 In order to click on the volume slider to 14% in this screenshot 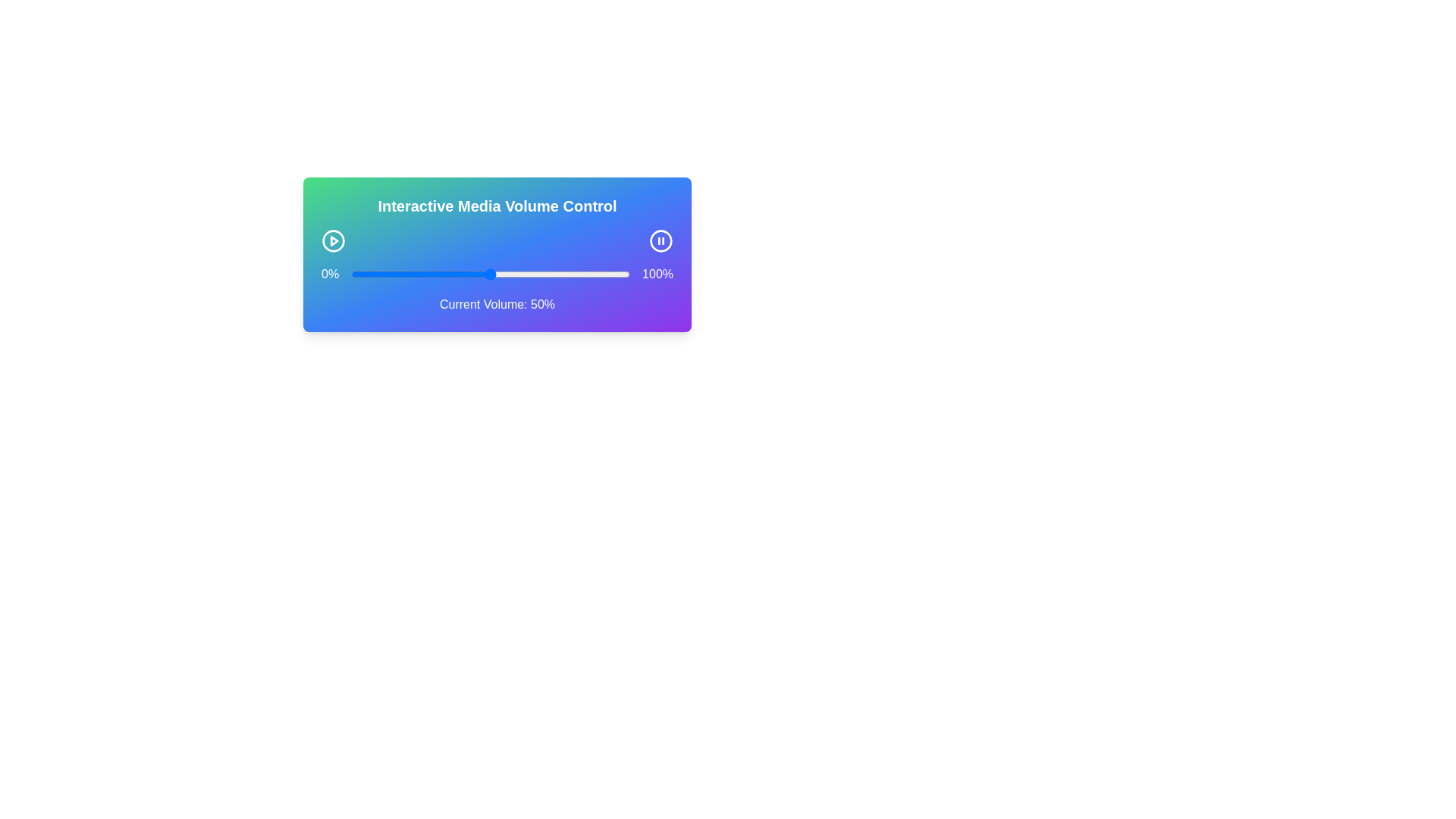, I will do `click(390, 275)`.